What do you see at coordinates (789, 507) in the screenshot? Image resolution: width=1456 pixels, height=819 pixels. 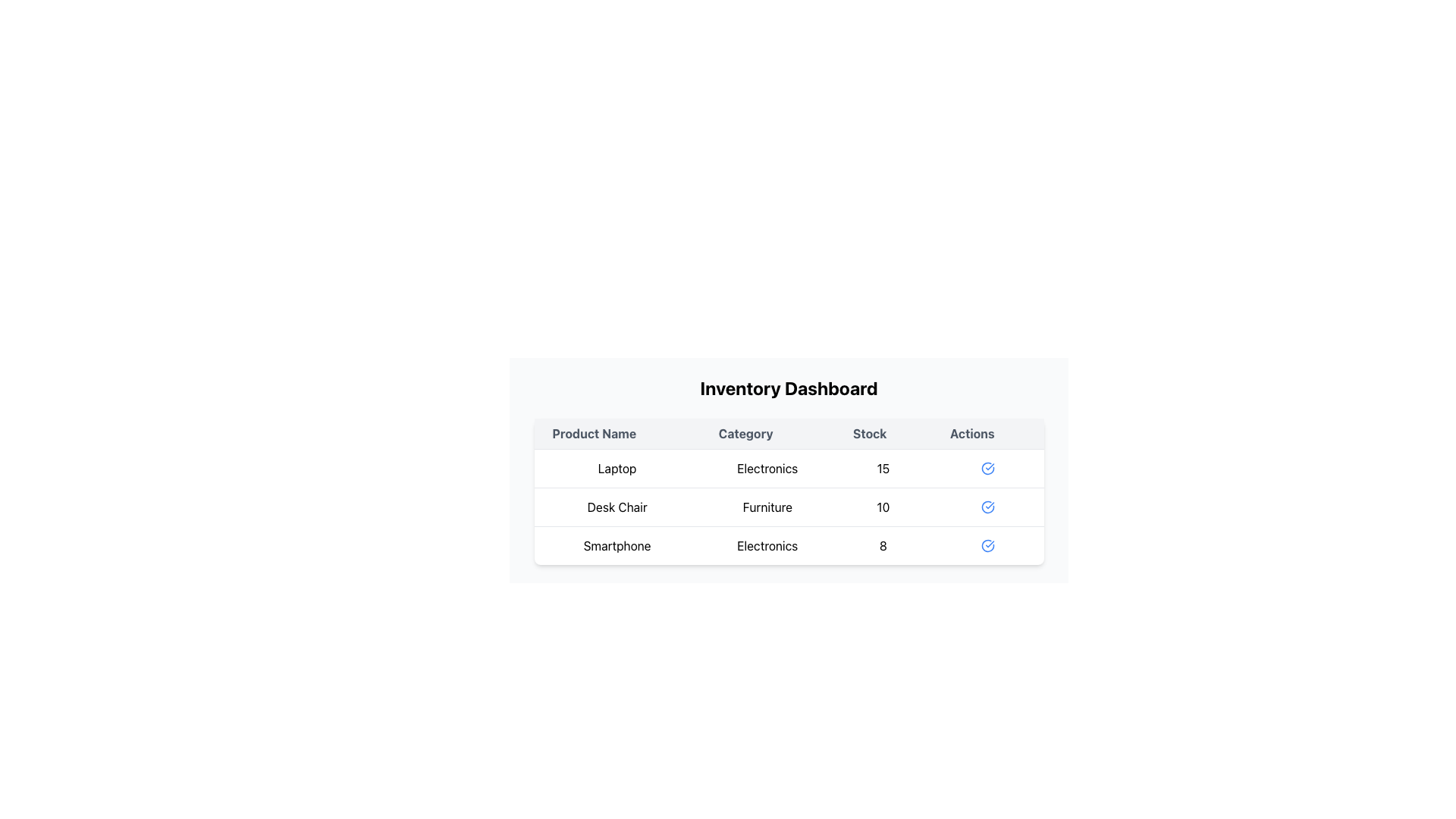 I see `the second row of the inventory table displaying product details, which includes columns for 'Product Name', 'Category', 'Stock', and 'Actions'` at bounding box center [789, 507].